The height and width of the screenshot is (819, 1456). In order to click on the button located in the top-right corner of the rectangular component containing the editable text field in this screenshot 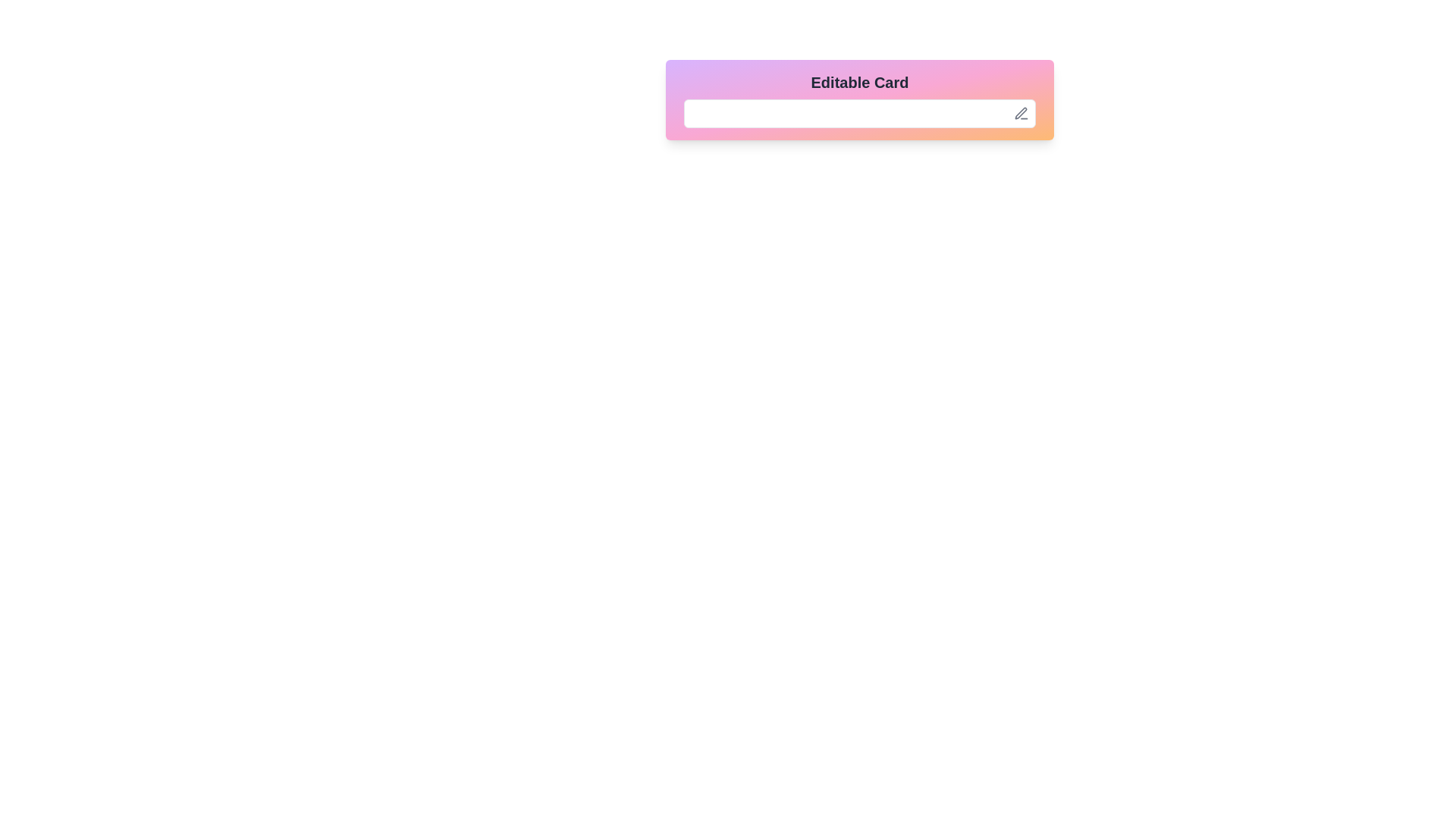, I will do `click(1021, 112)`.